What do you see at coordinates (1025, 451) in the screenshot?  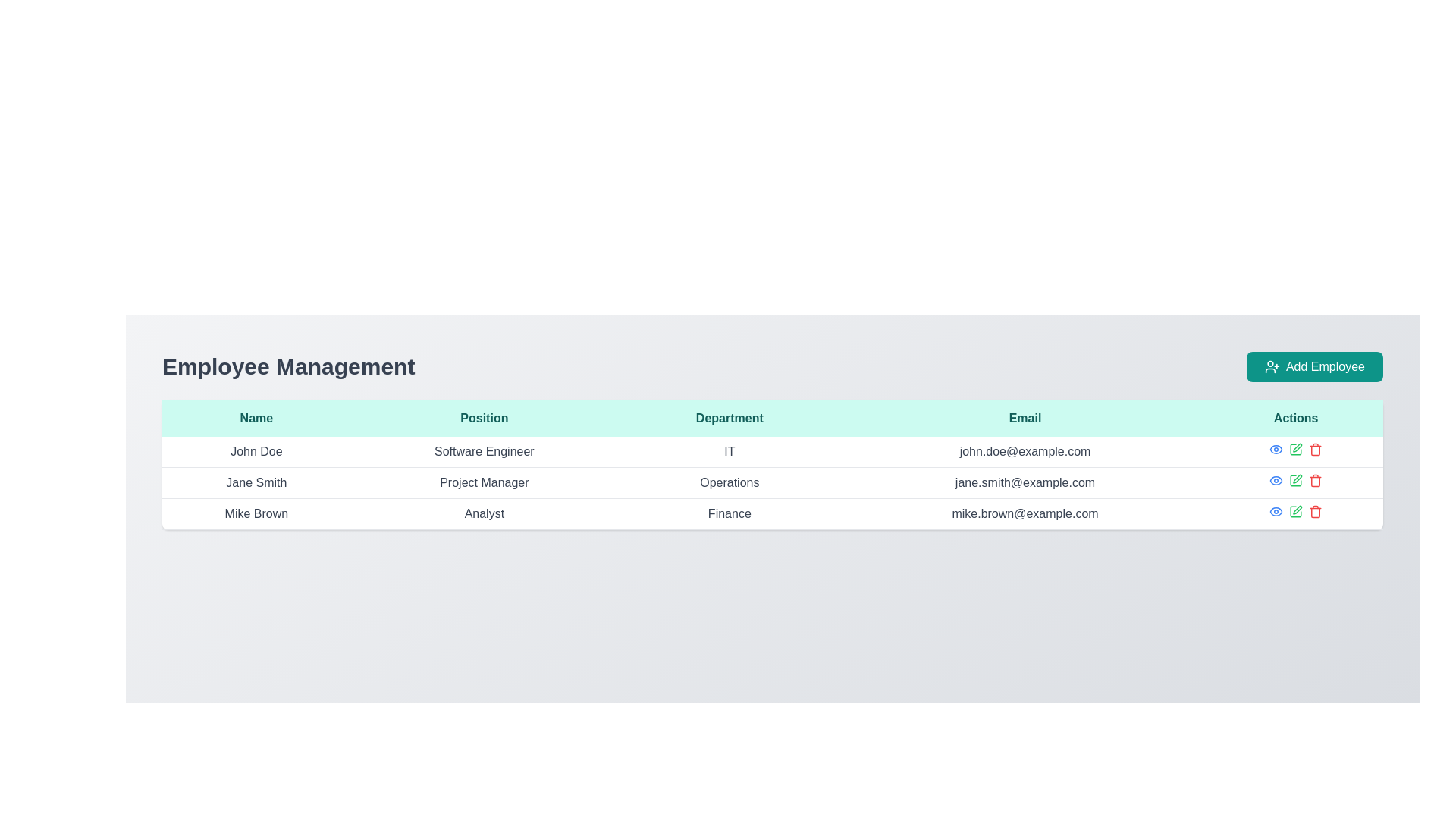 I see `the static text label displaying the email 'john.doe@example.com' located in the fourth column of the first data row under the 'Employee Management' section` at bounding box center [1025, 451].